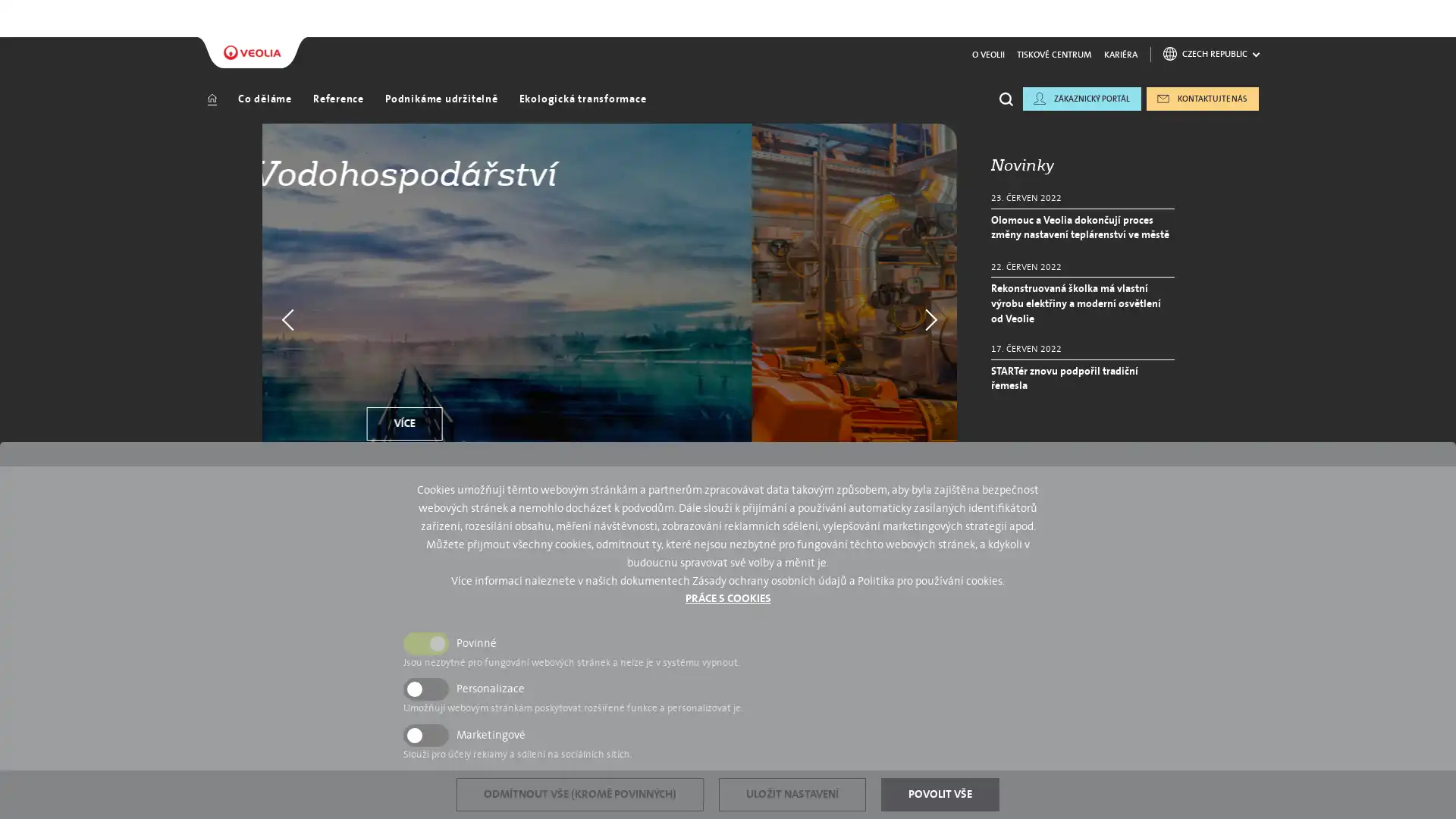 Image resolution: width=1456 pixels, height=819 pixels. Describe the element at coordinates (579, 794) in the screenshot. I see `ODMITNOUT VSE (KROME POVINNYCH)` at that location.